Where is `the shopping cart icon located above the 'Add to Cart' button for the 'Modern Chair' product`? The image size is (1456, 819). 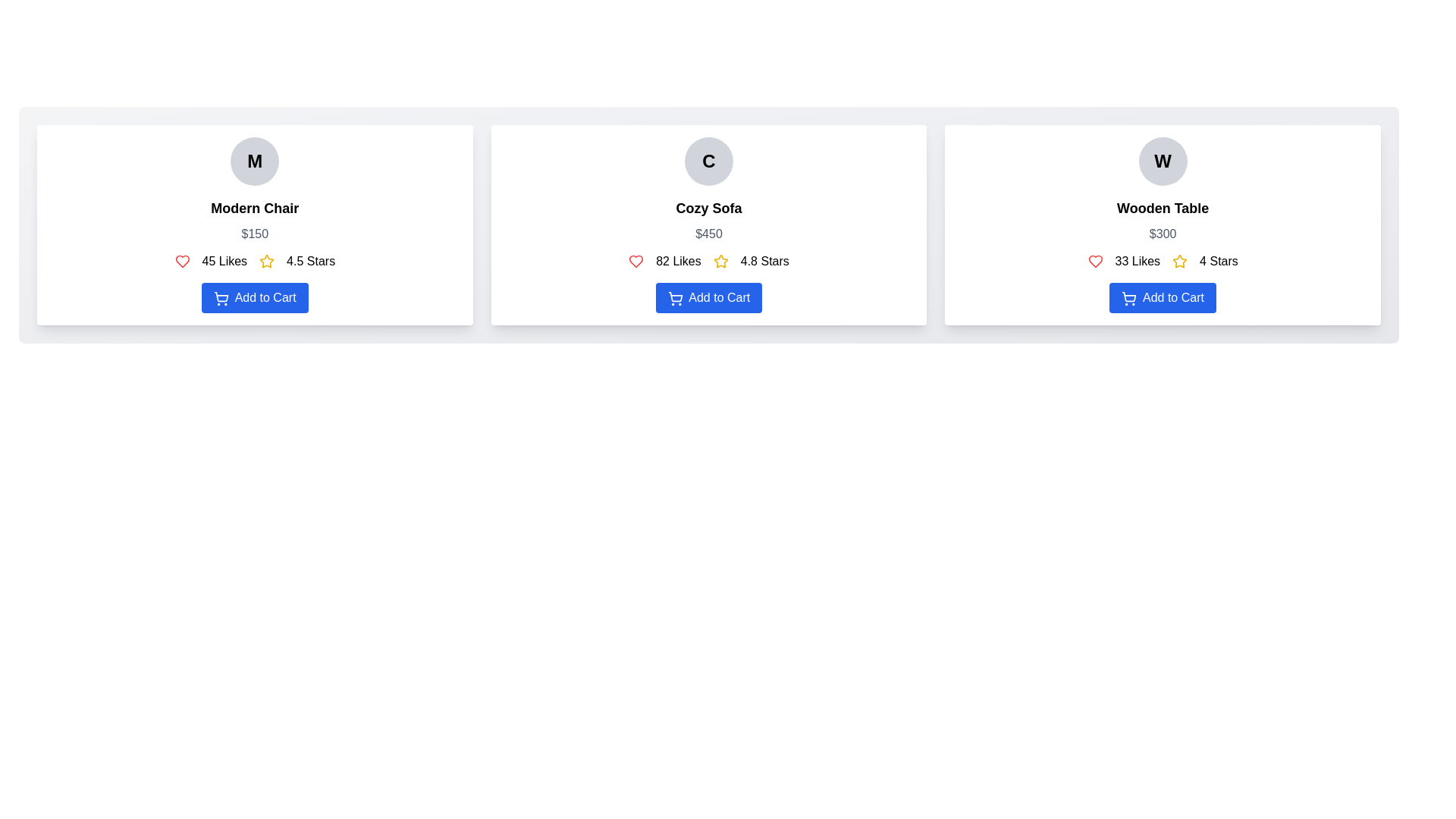 the shopping cart icon located above the 'Add to Cart' button for the 'Modern Chair' product is located at coordinates (221, 297).